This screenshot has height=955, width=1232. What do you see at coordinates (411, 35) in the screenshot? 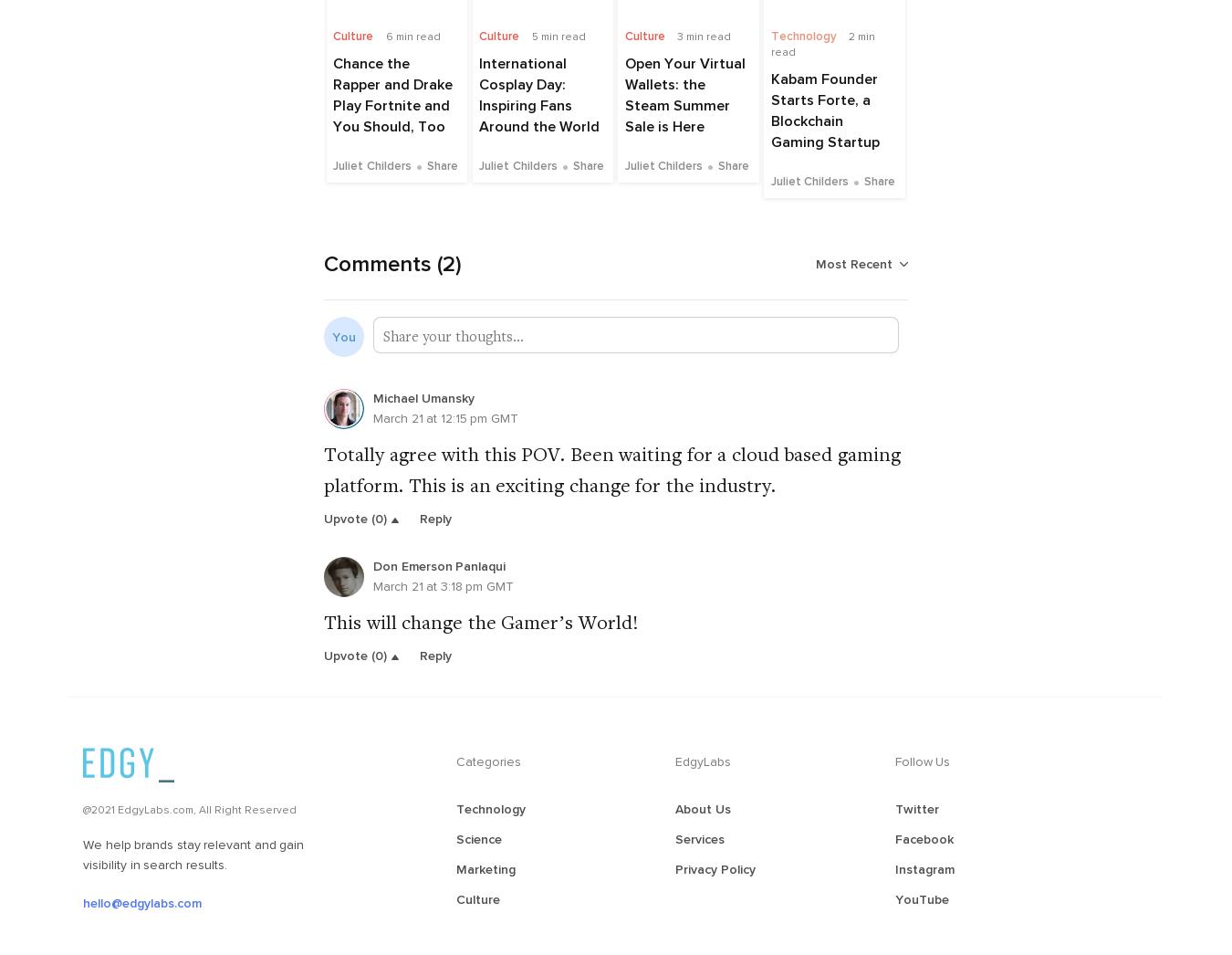
I see `'6 min read'` at bounding box center [411, 35].